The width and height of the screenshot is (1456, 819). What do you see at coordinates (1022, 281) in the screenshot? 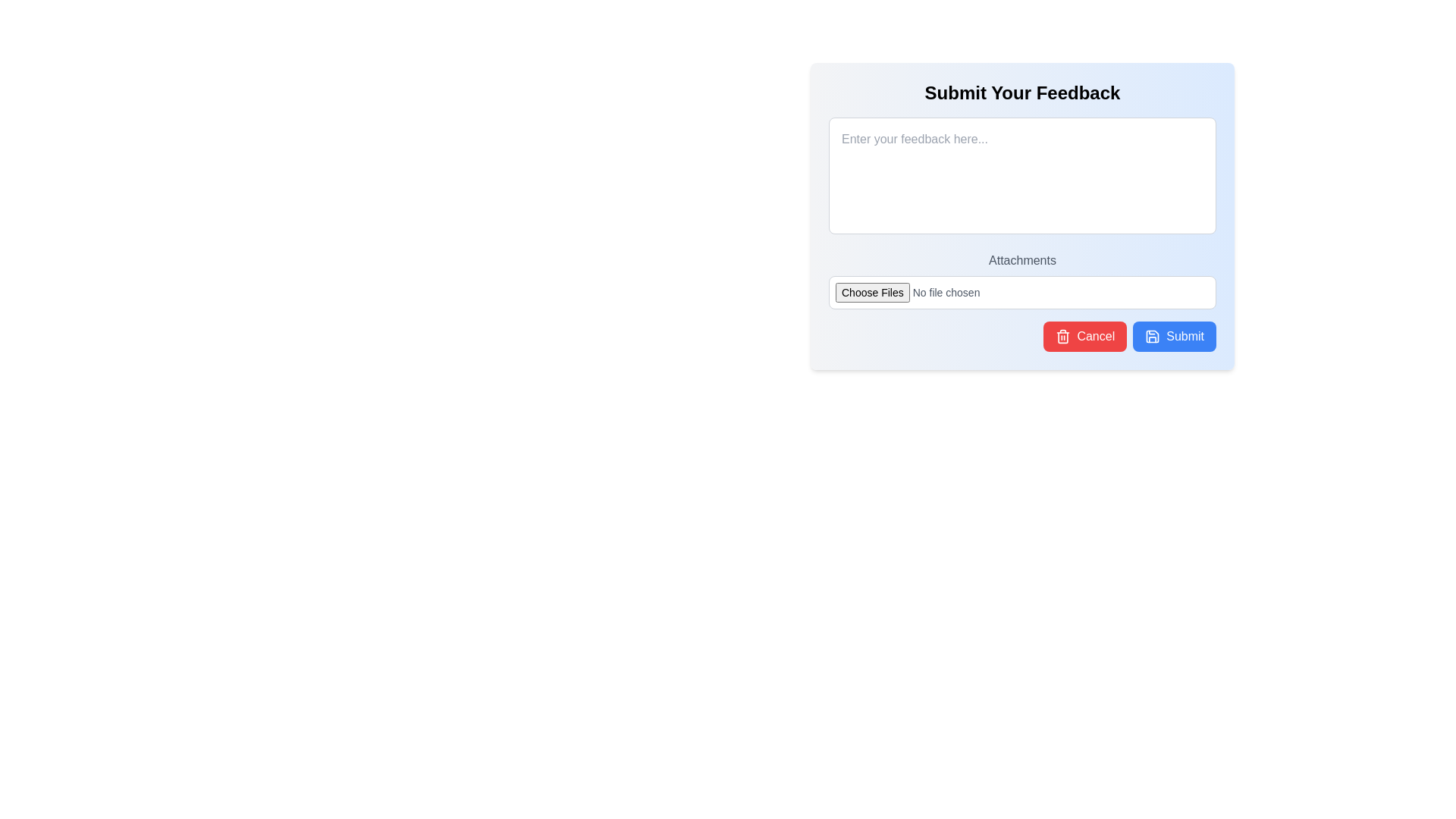
I see `the File Input Field located underneath the multi-line input box labeled 'Enter your feedback here...'` at bounding box center [1022, 281].